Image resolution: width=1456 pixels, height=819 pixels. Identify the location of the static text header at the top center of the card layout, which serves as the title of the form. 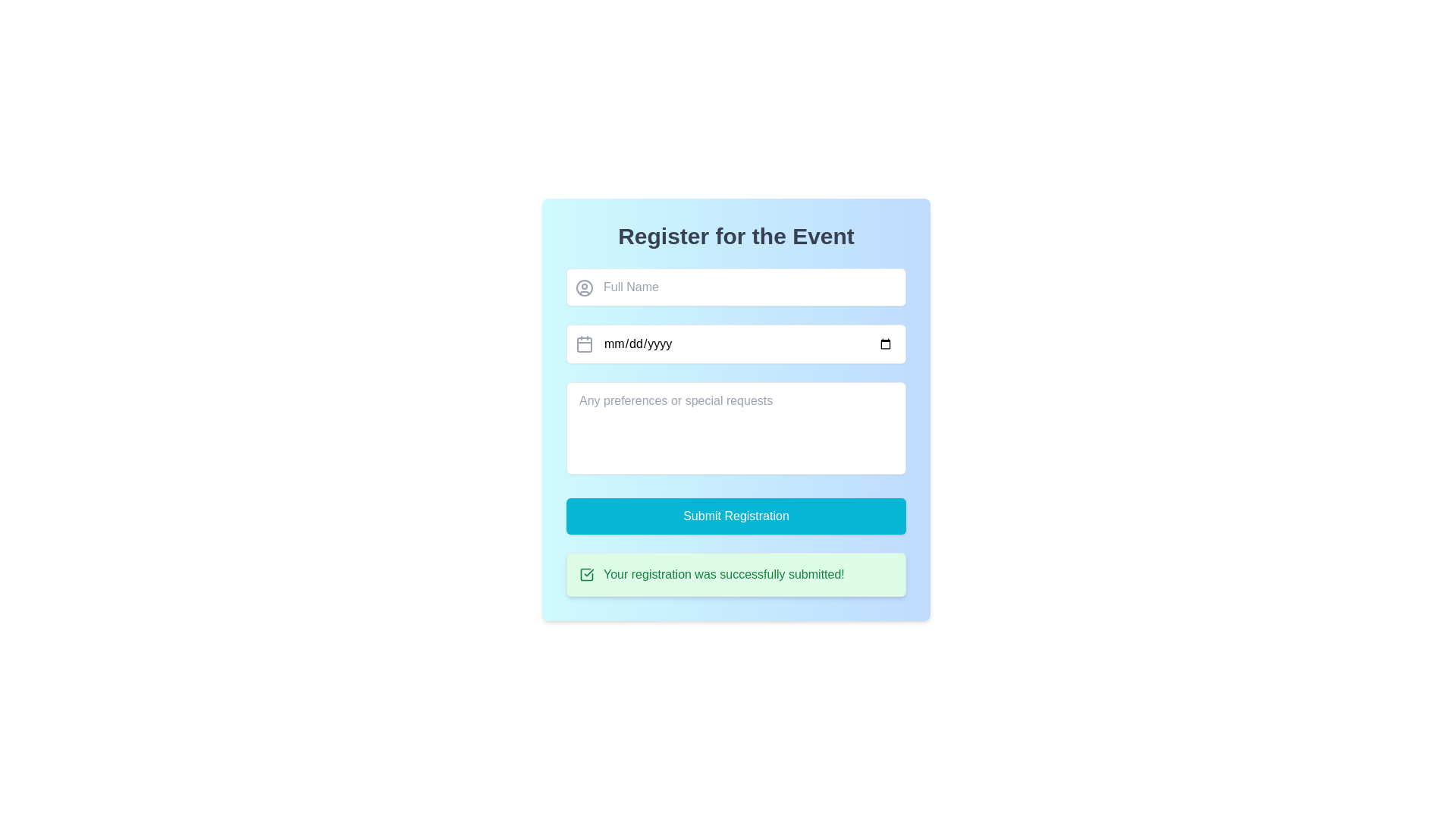
(736, 237).